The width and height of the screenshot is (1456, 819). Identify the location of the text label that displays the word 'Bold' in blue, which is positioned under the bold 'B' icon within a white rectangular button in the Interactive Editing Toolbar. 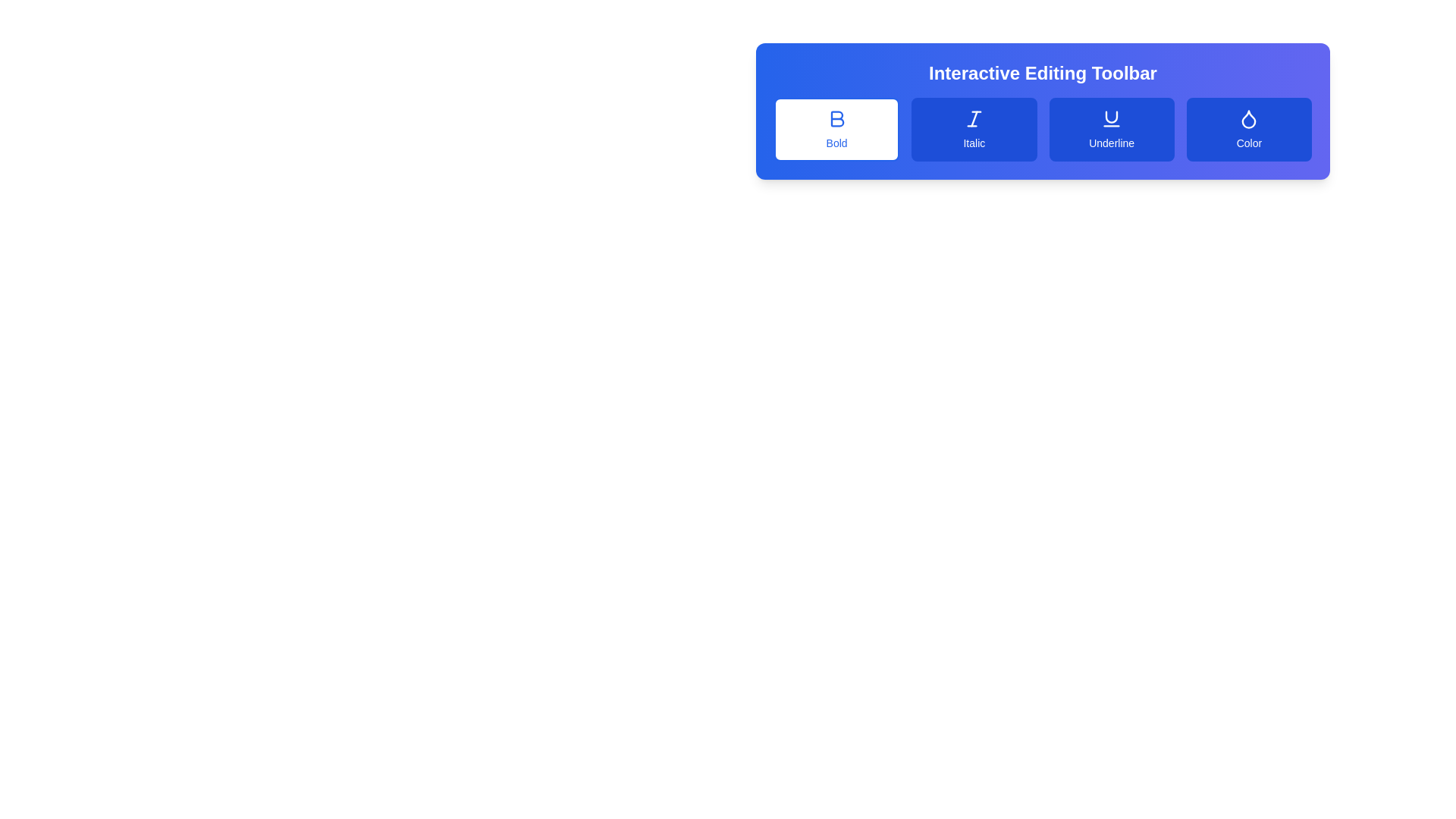
(836, 143).